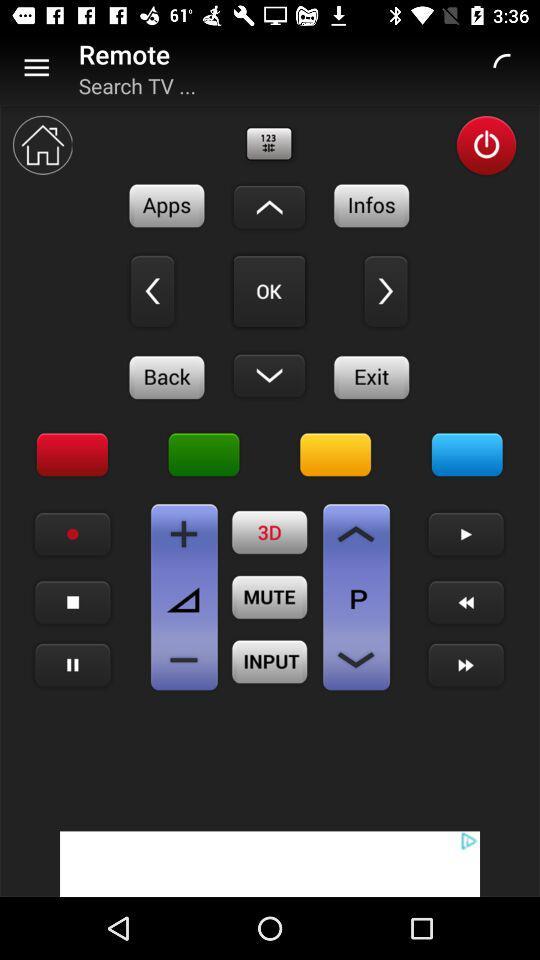 The height and width of the screenshot is (960, 540). I want to click on the home icon, so click(42, 144).